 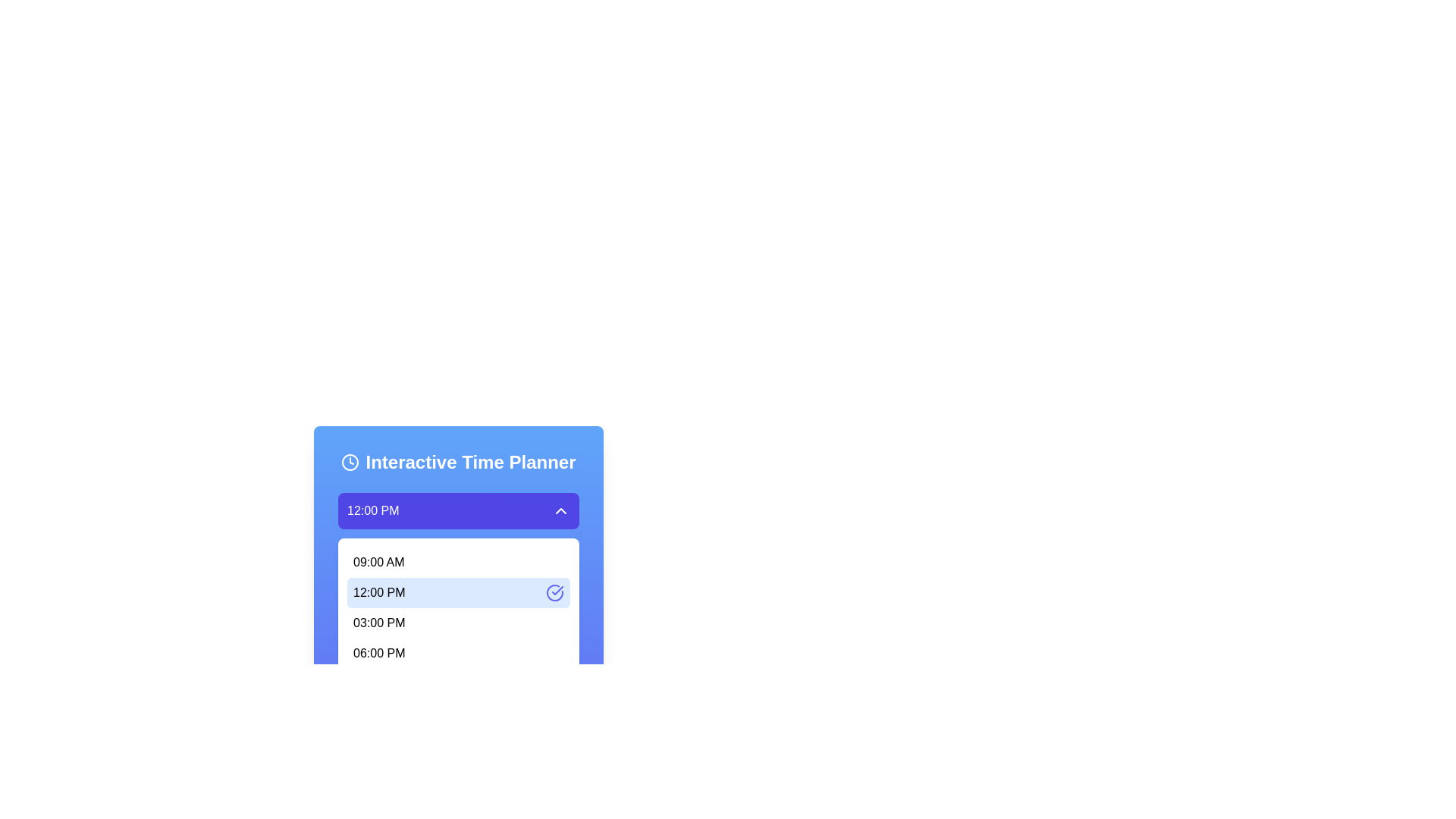 What do you see at coordinates (457, 461) in the screenshot?
I see `the Text header element that serves as a title for the associated interactive section, located at the top of its card-like layout` at bounding box center [457, 461].